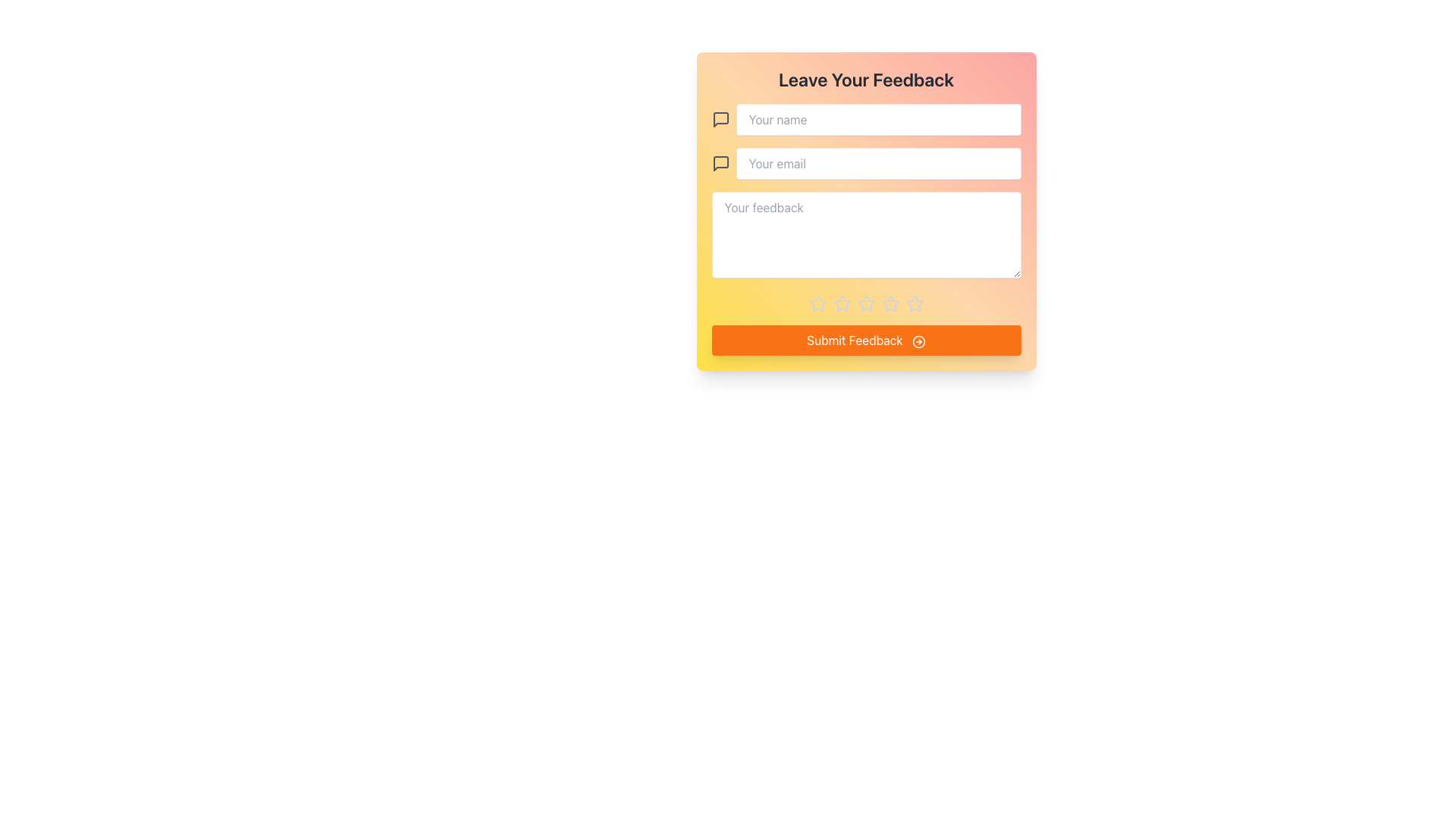 Image resolution: width=1456 pixels, height=819 pixels. I want to click on the arrow icon located to the right of the text in the 'Submit Feedback' button, so click(918, 341).